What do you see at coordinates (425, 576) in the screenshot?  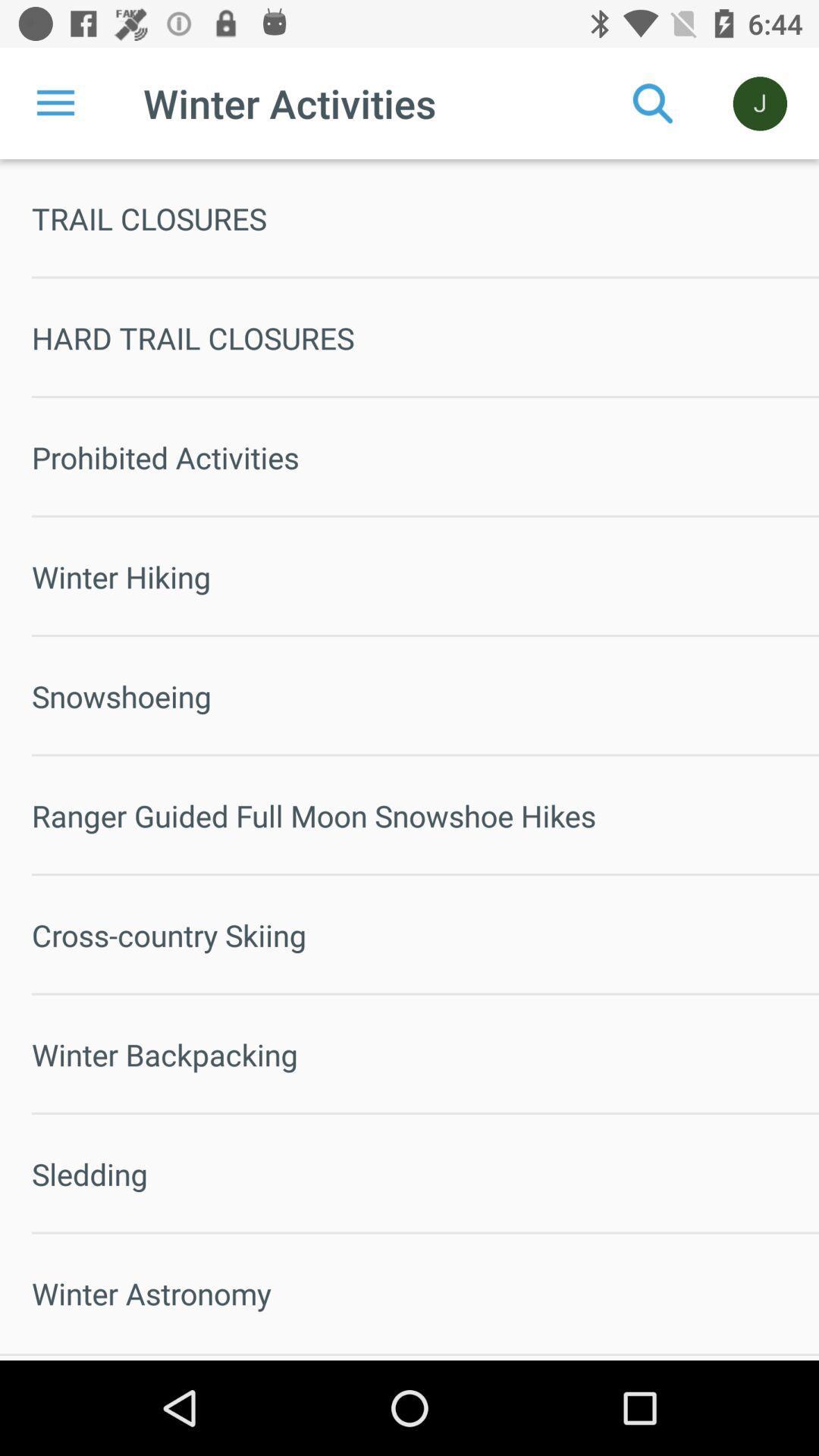 I see `the winter hiking item` at bounding box center [425, 576].